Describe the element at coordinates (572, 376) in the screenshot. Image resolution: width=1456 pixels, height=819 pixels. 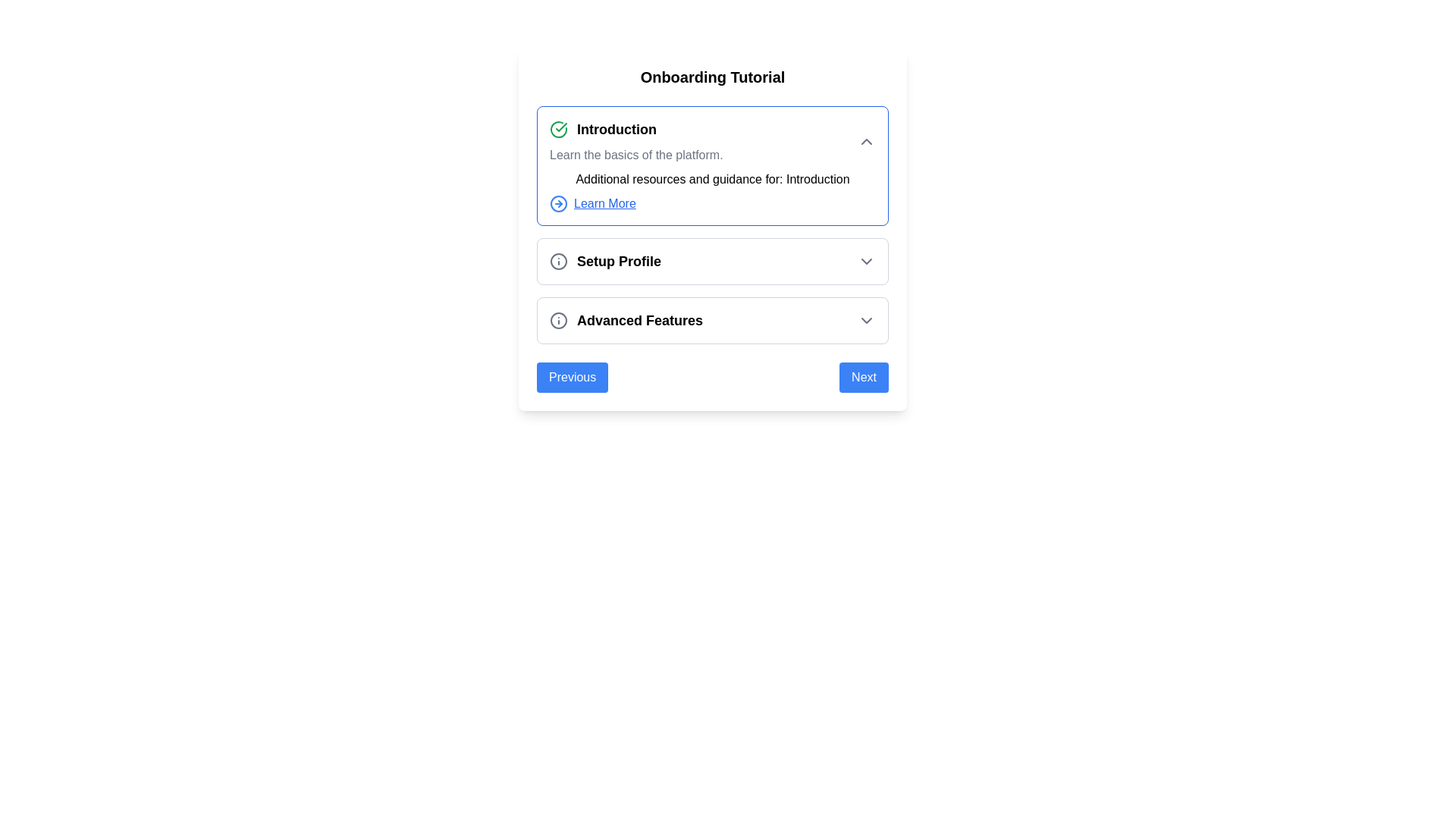
I see `the 'Previous' button, a rectangular button with rounded edges, solid blue color, and white text centered` at that location.